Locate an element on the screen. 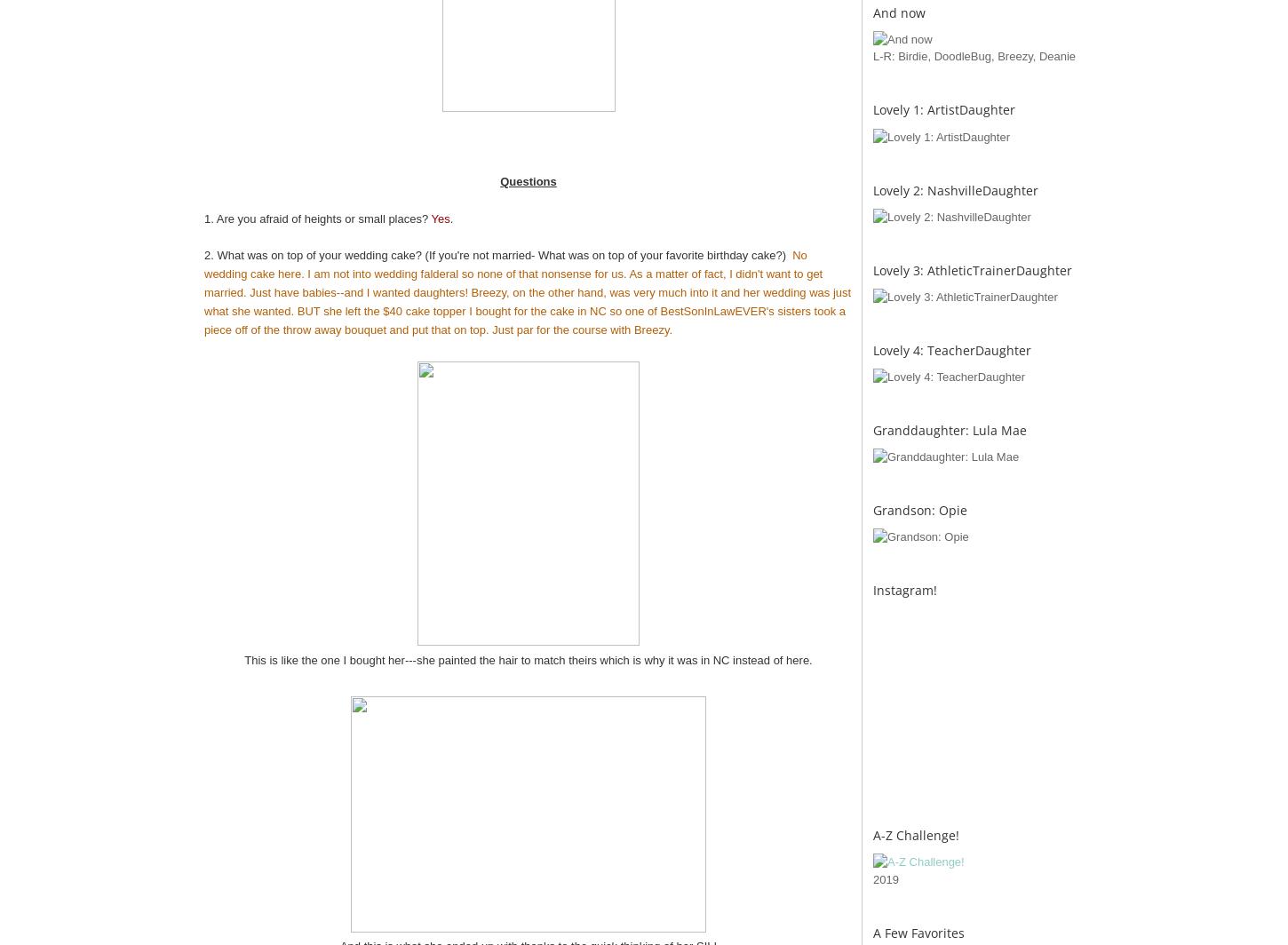 This screenshot has width=1288, height=945. 'Grandson: Opie' is located at coordinates (920, 509).